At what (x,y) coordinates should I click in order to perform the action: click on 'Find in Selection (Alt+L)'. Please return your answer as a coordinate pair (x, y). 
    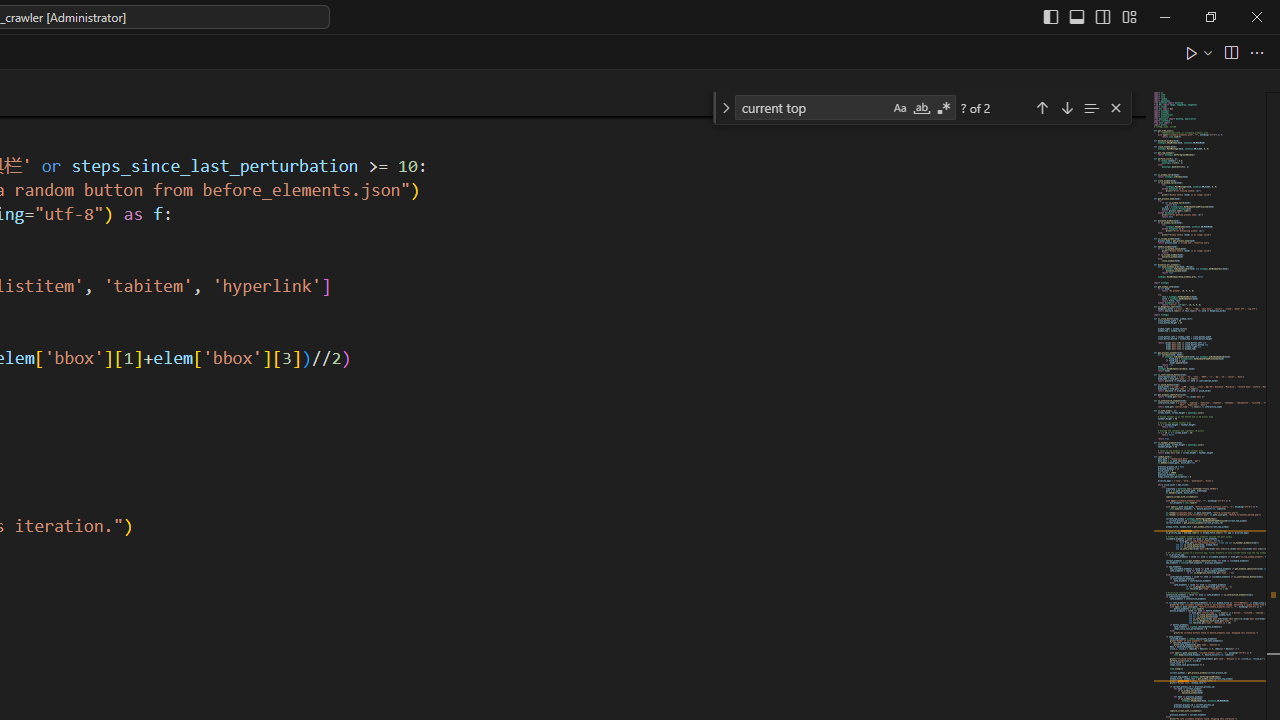
    Looking at the image, I should click on (1090, 107).